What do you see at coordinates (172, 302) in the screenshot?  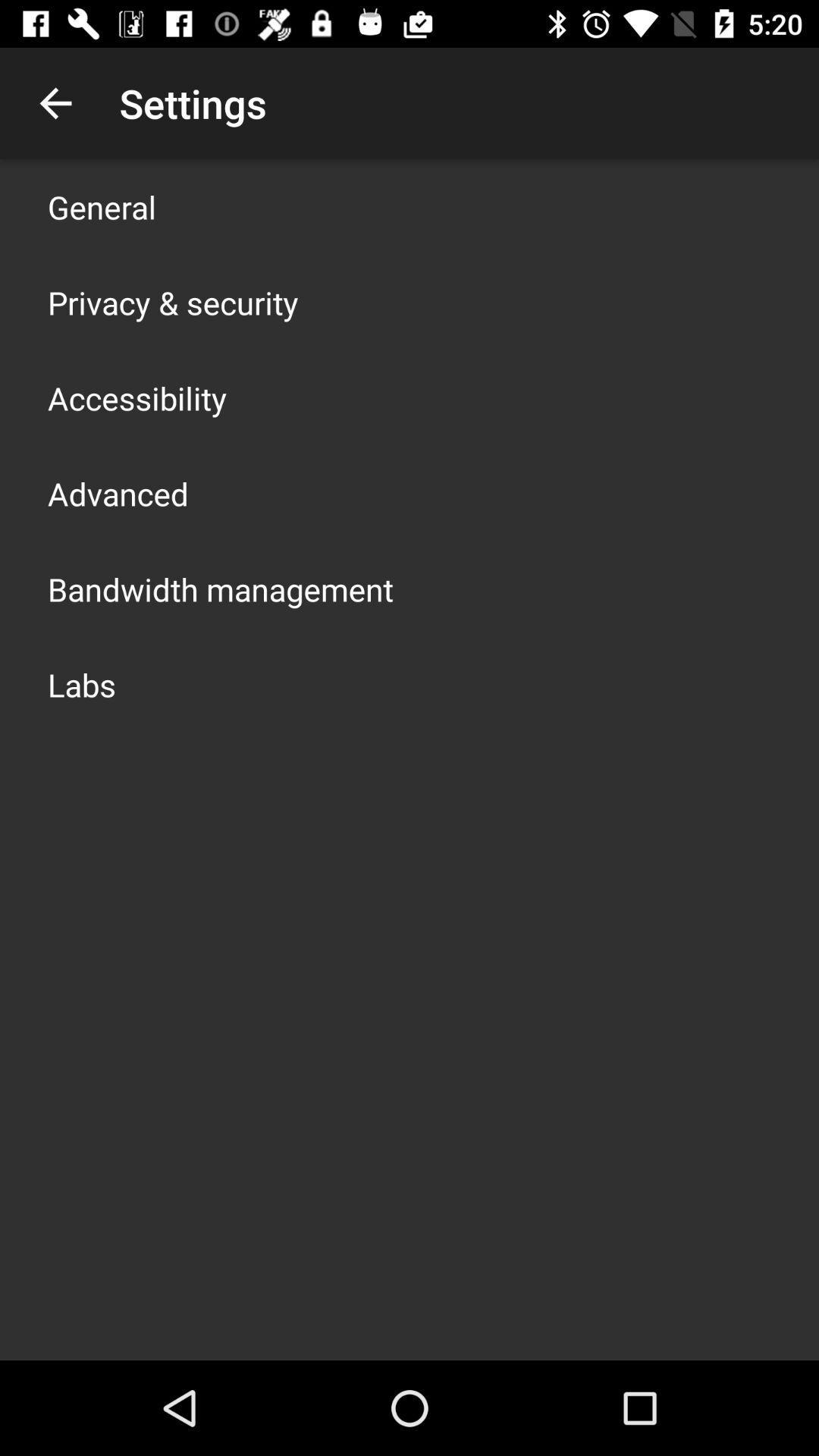 I see `item below general app` at bounding box center [172, 302].